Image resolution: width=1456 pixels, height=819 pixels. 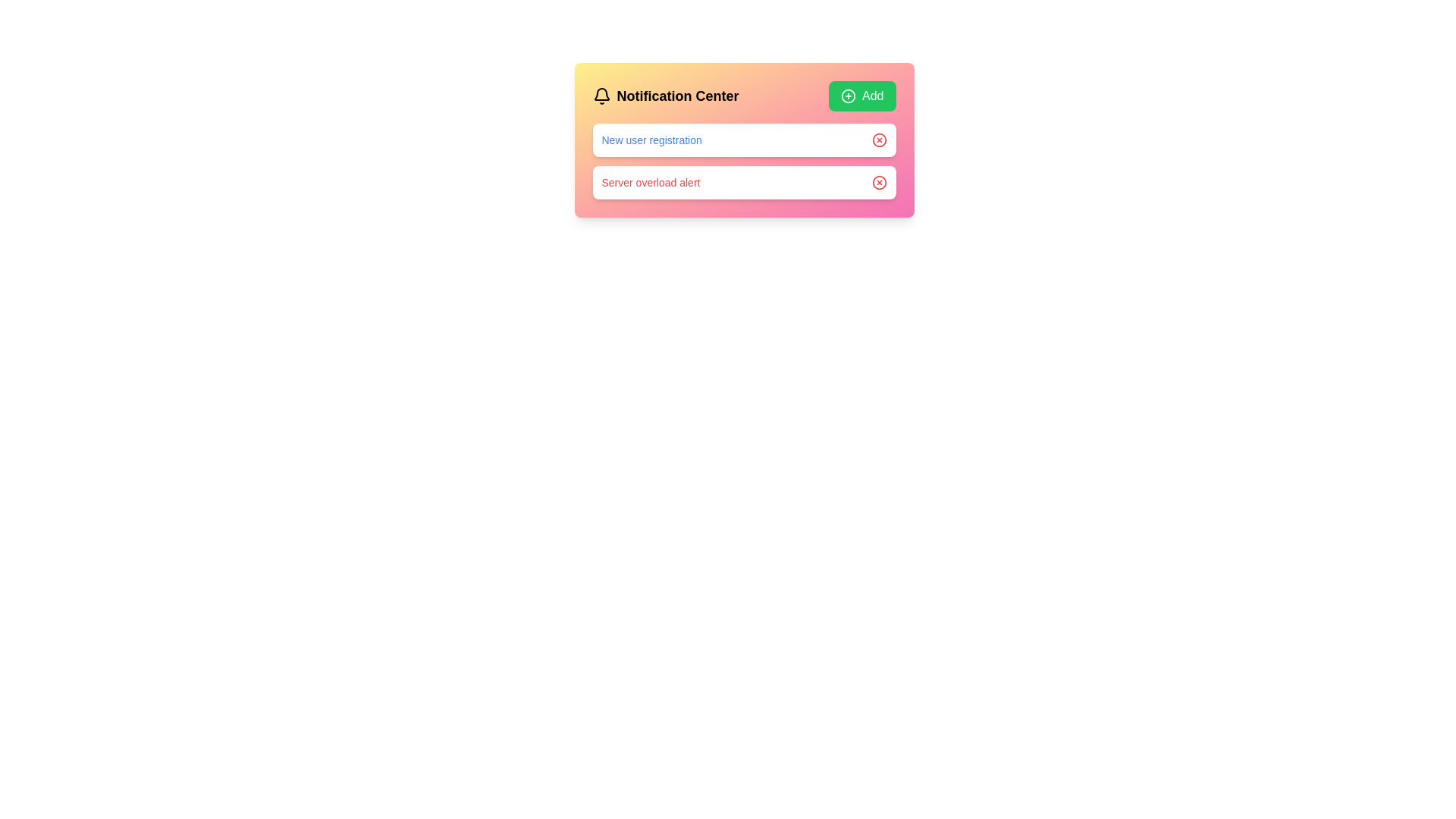 What do you see at coordinates (879, 181) in the screenshot?
I see `the interactive button` at bounding box center [879, 181].